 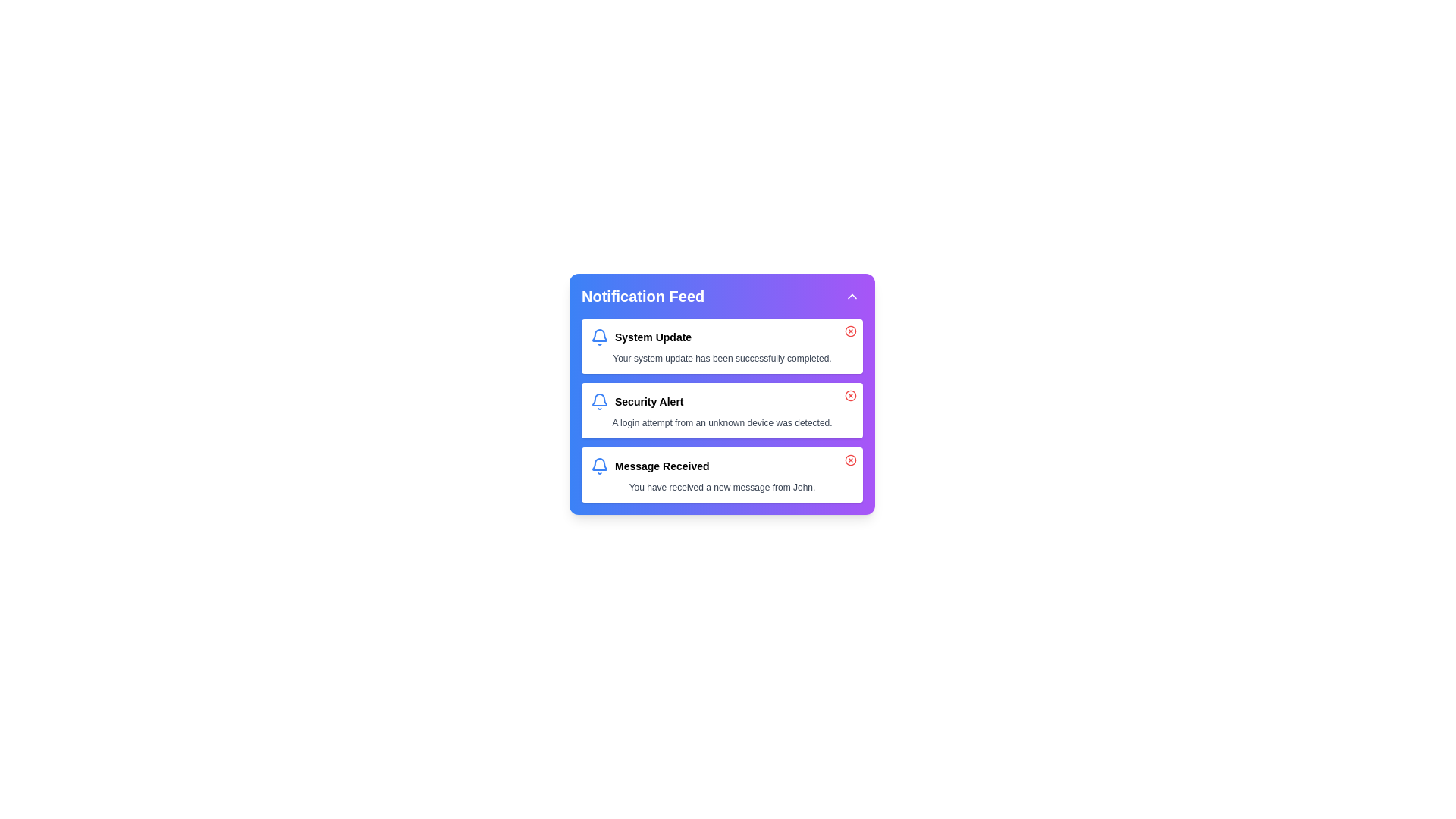 What do you see at coordinates (721, 336) in the screenshot?
I see `the 'Notification Feed' title text label that serves as the primary identifier for a system update notification` at bounding box center [721, 336].